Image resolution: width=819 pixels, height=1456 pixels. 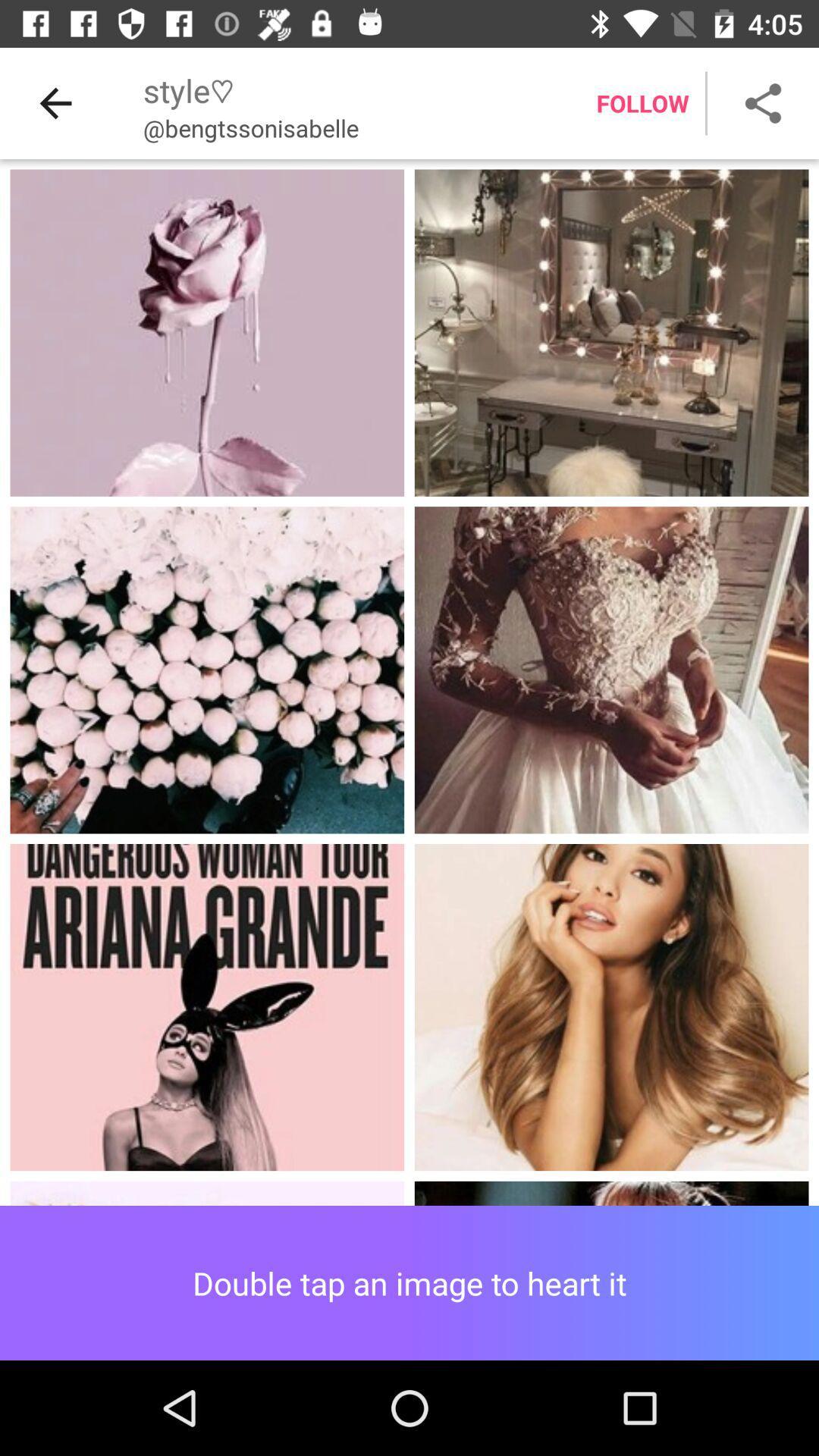 What do you see at coordinates (763, 103) in the screenshot?
I see `share button which is on the top right corner of page` at bounding box center [763, 103].